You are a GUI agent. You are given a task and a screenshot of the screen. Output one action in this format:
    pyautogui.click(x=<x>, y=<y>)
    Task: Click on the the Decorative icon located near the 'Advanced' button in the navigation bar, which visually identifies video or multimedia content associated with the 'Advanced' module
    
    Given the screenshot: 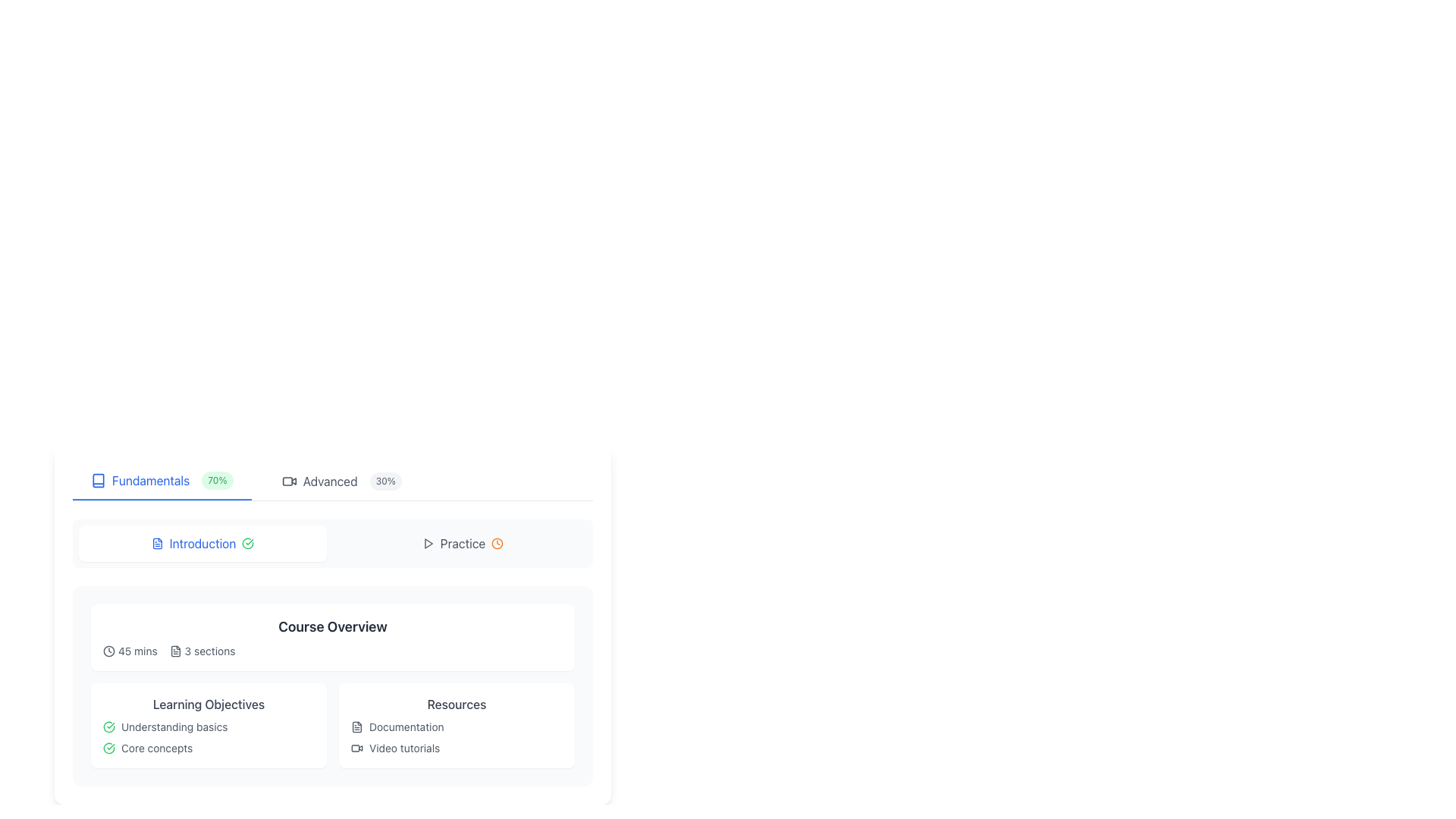 What is the action you would take?
    pyautogui.click(x=289, y=482)
    